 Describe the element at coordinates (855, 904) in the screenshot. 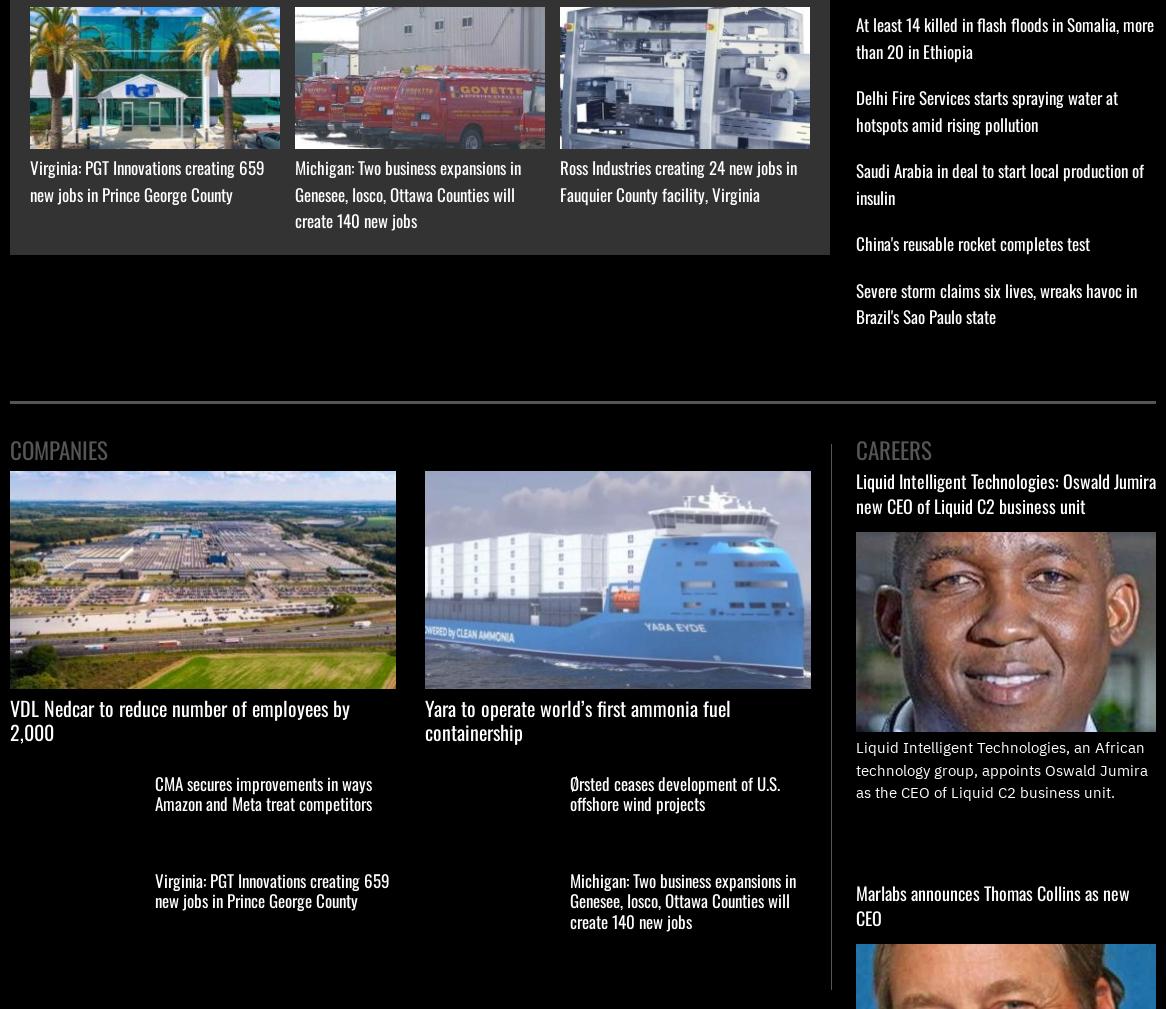

I see `'Marlabs announces Thomas Collins as new CEO'` at that location.